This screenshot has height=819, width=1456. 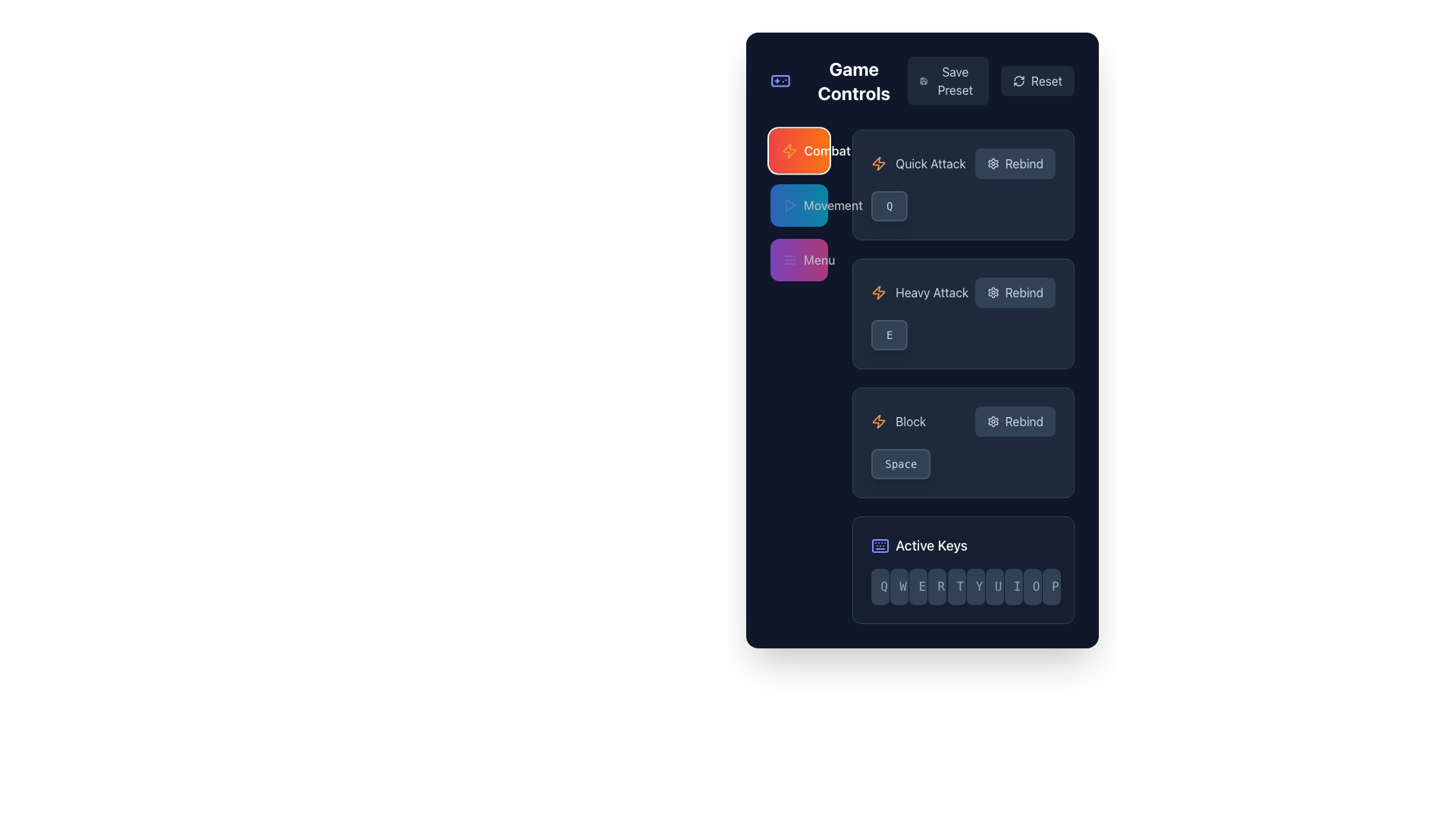 What do you see at coordinates (923, 81) in the screenshot?
I see `the save icon located to the left of the 'Save Preset' button in the top-right corner of the Game Controls panel for visual verification` at bounding box center [923, 81].